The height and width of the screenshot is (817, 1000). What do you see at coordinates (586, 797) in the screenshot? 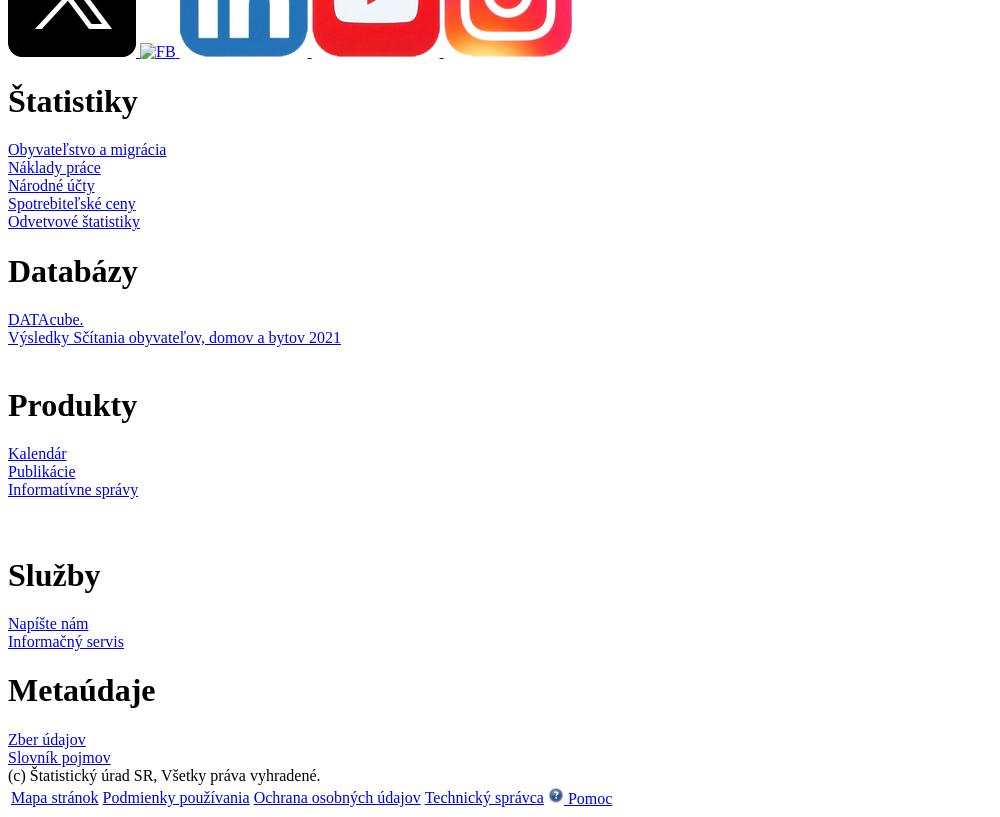
I see `'Pomoc'` at bounding box center [586, 797].